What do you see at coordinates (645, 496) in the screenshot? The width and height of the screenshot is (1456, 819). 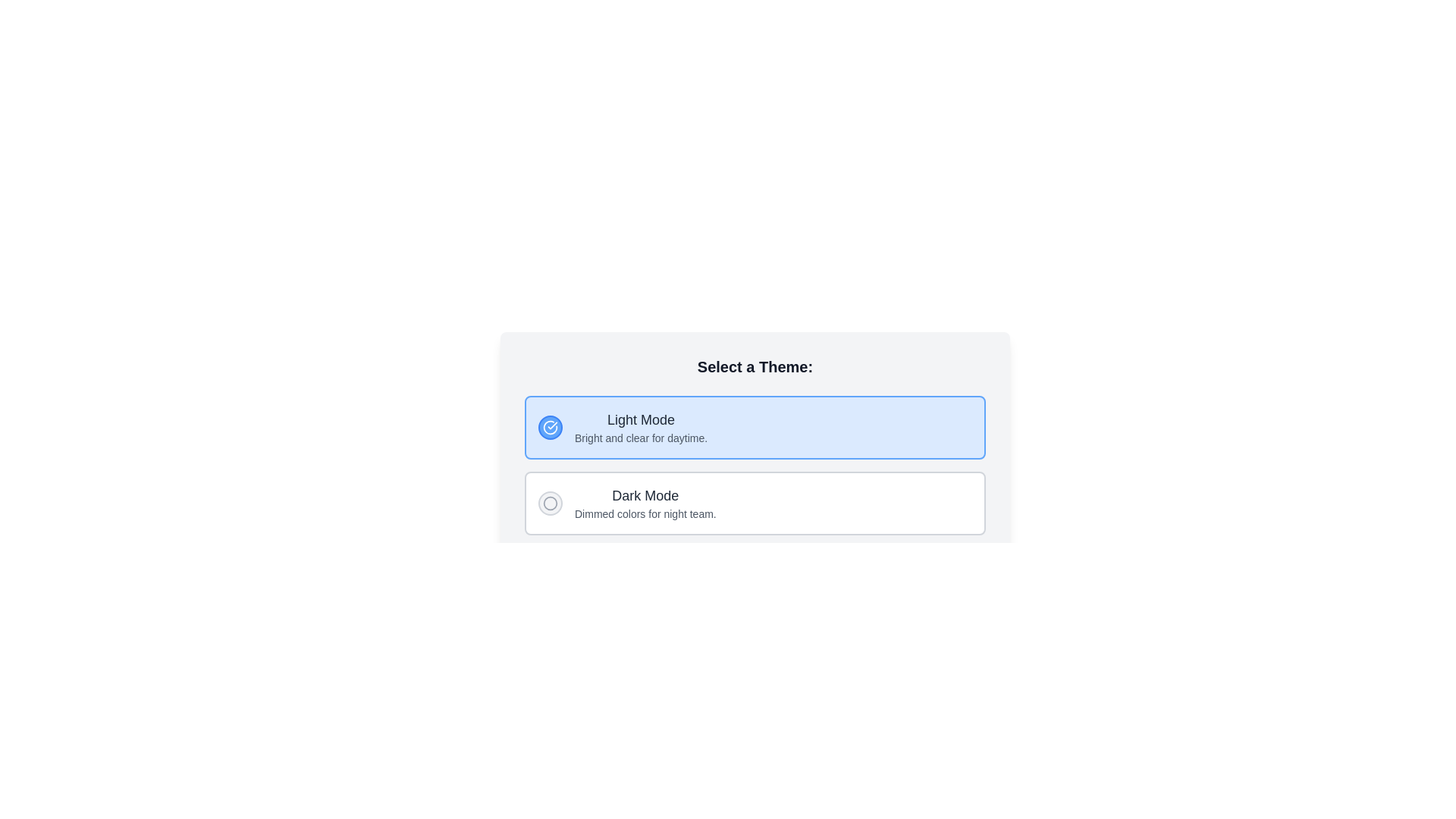 I see `the text label that serves as a title for the dark mode theme selection, located near the center of the lower half of the interface` at bounding box center [645, 496].